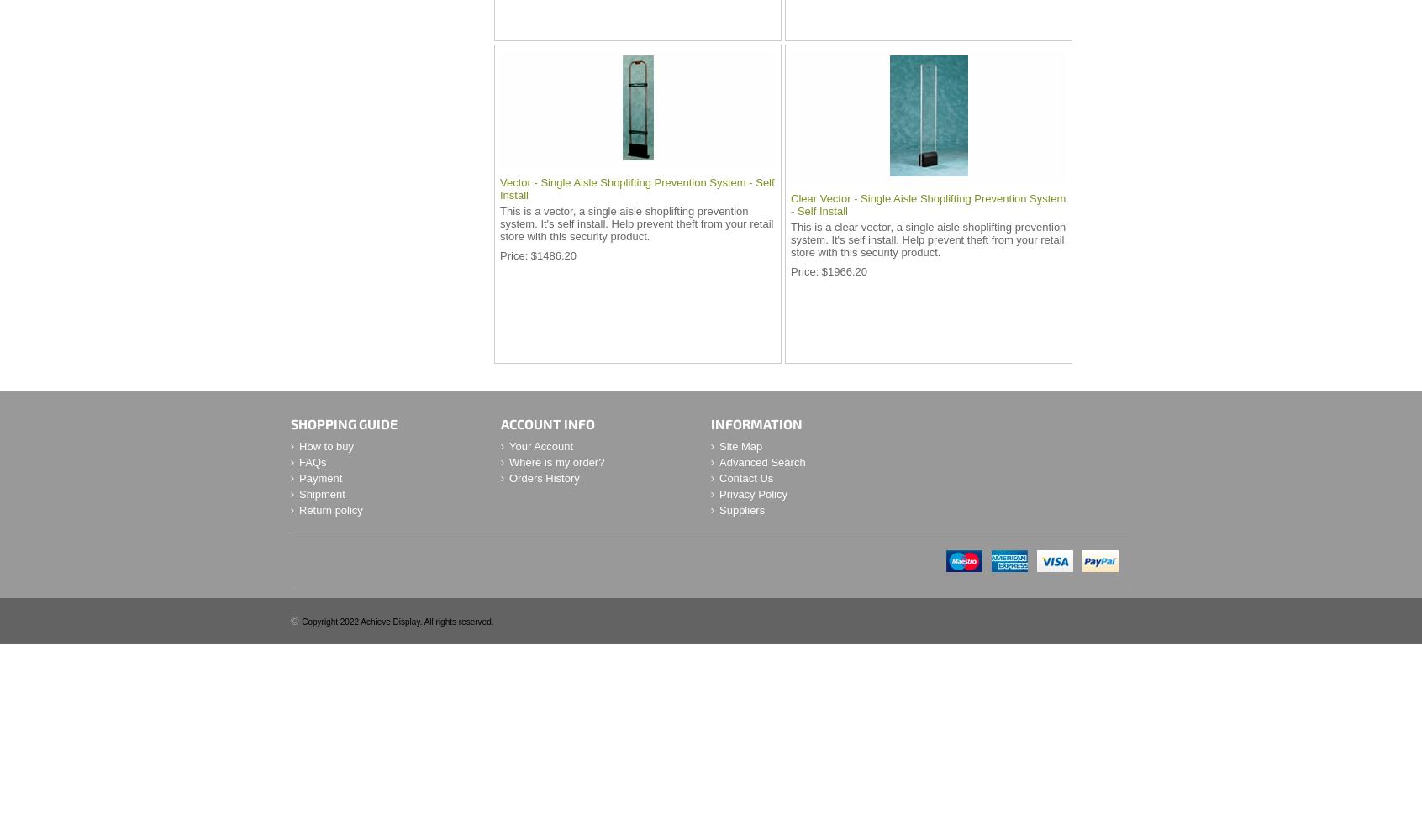  What do you see at coordinates (344, 423) in the screenshot?
I see `'Shopping Guide'` at bounding box center [344, 423].